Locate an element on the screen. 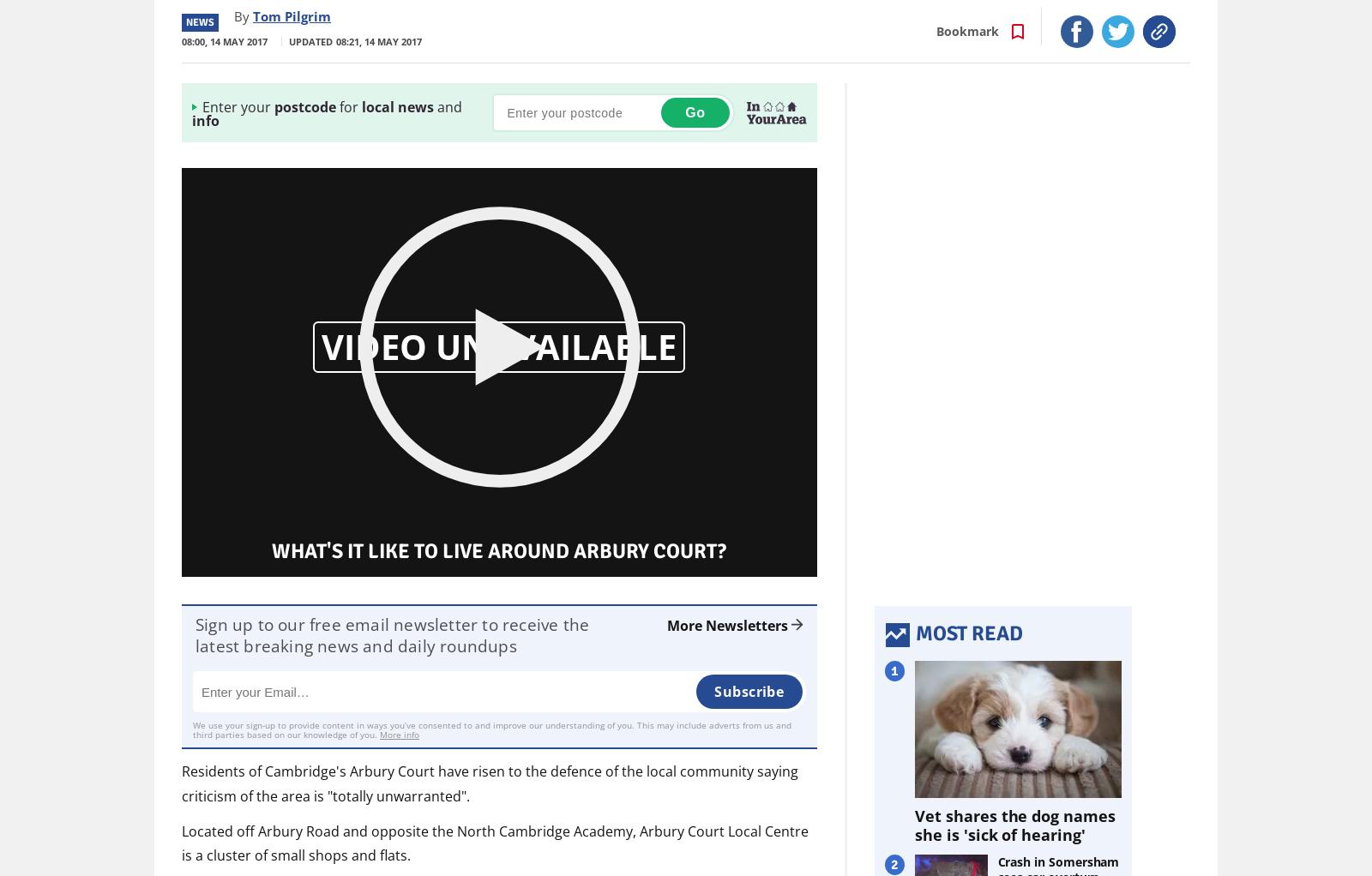 This screenshot has width=1372, height=876. 'Sign up to our free email newsletter to receive the latest breaking news and daily roundups' is located at coordinates (391, 634).